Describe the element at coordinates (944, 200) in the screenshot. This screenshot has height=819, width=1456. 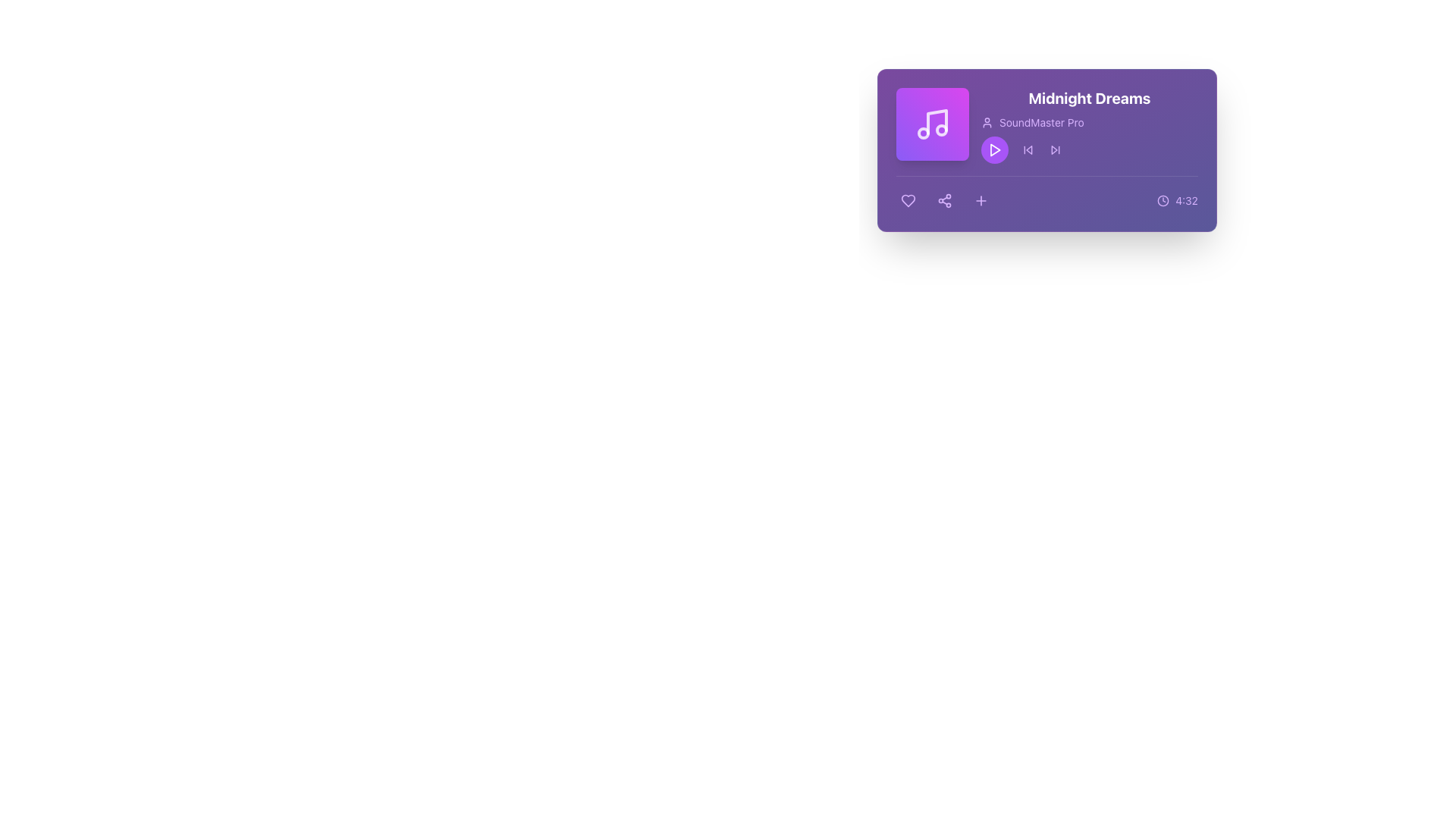
I see `the sharing icon located in the middle of the bottom row of interactive icons on a card layout with a purple background to initiate the sharing functionality` at that location.